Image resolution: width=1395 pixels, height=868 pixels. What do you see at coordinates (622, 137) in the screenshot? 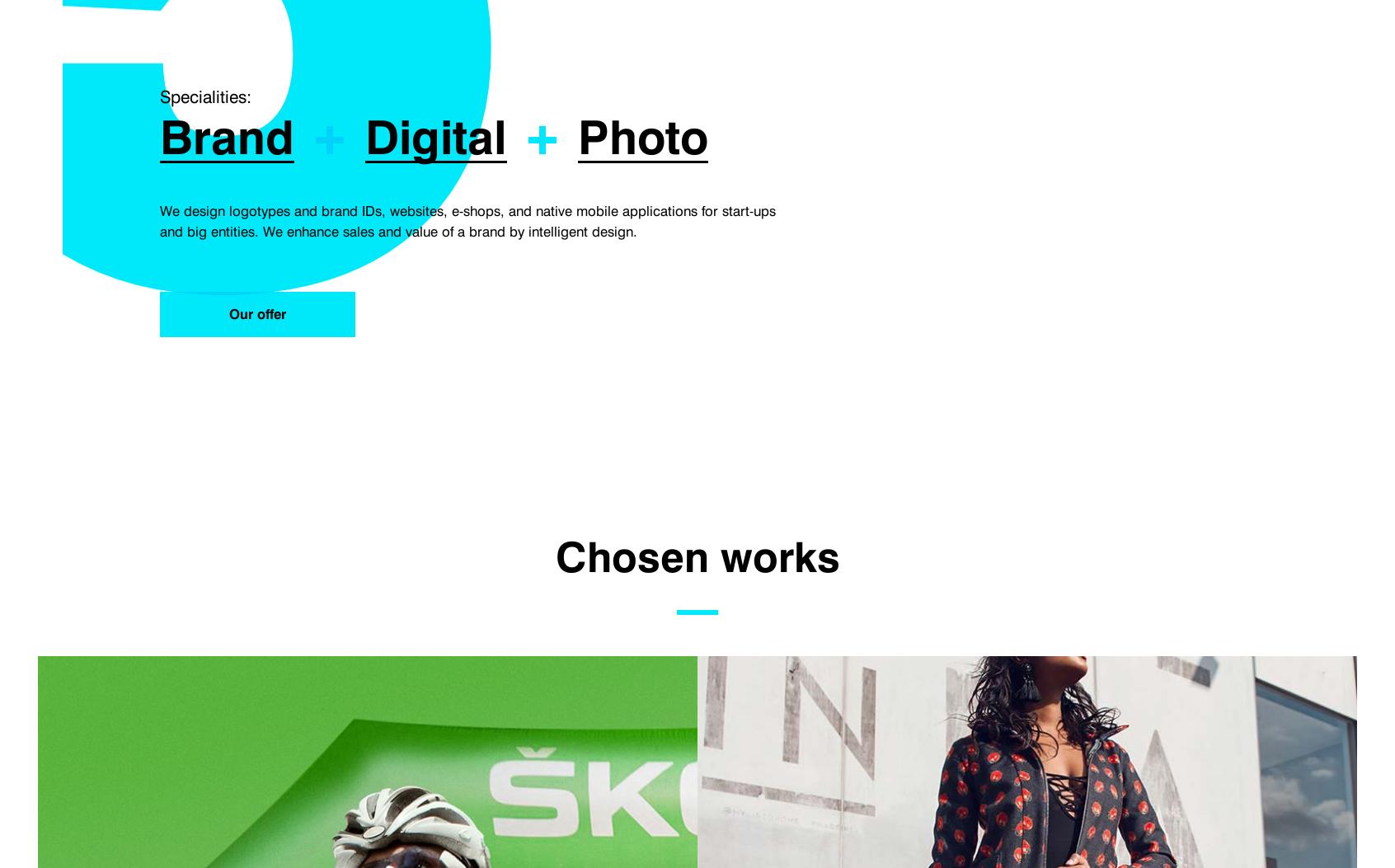
I see `'h'` at bounding box center [622, 137].